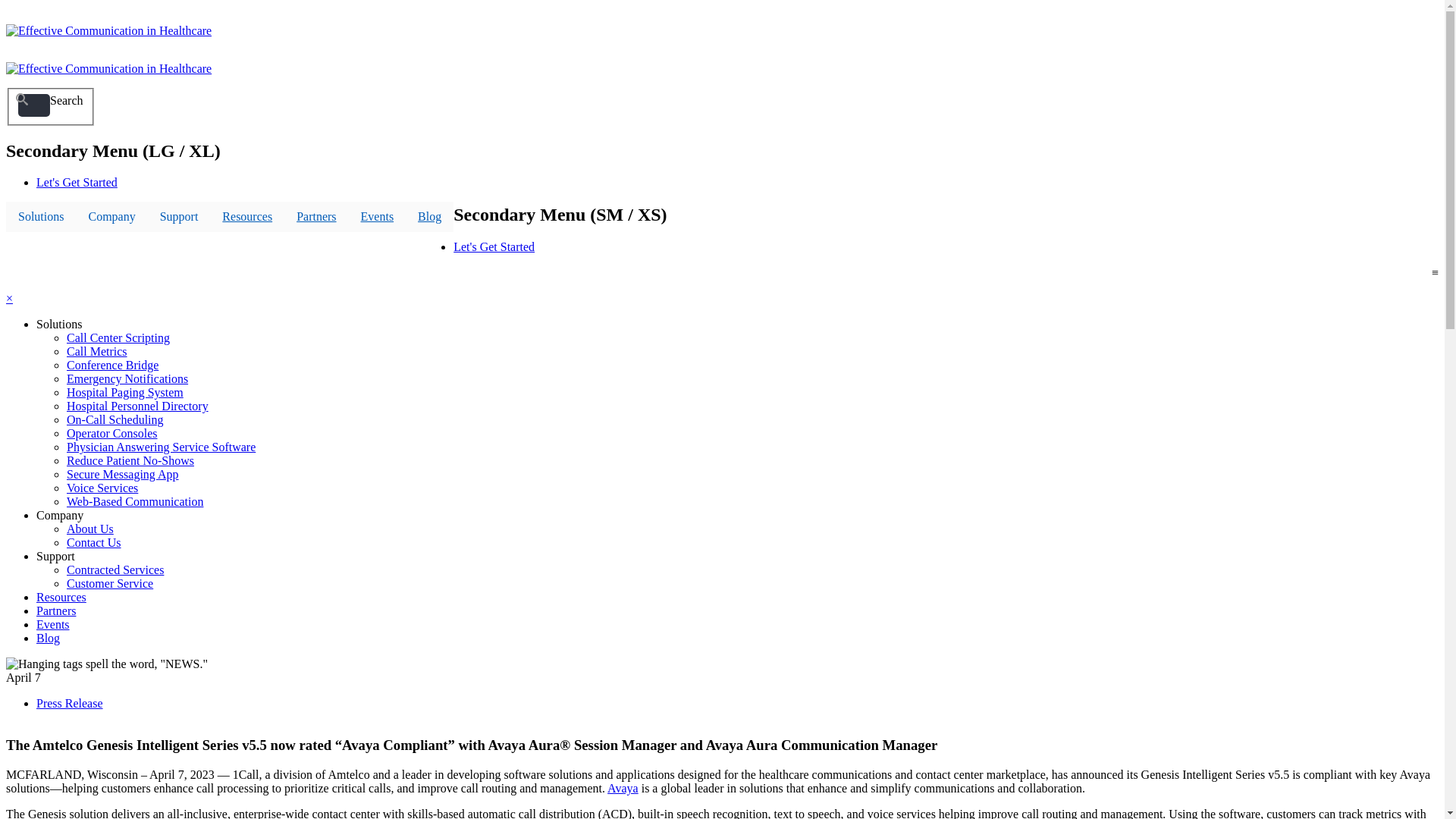 This screenshot has width=1456, height=819. Describe the element at coordinates (65, 446) in the screenshot. I see `'Physician Answering Service Software'` at that location.